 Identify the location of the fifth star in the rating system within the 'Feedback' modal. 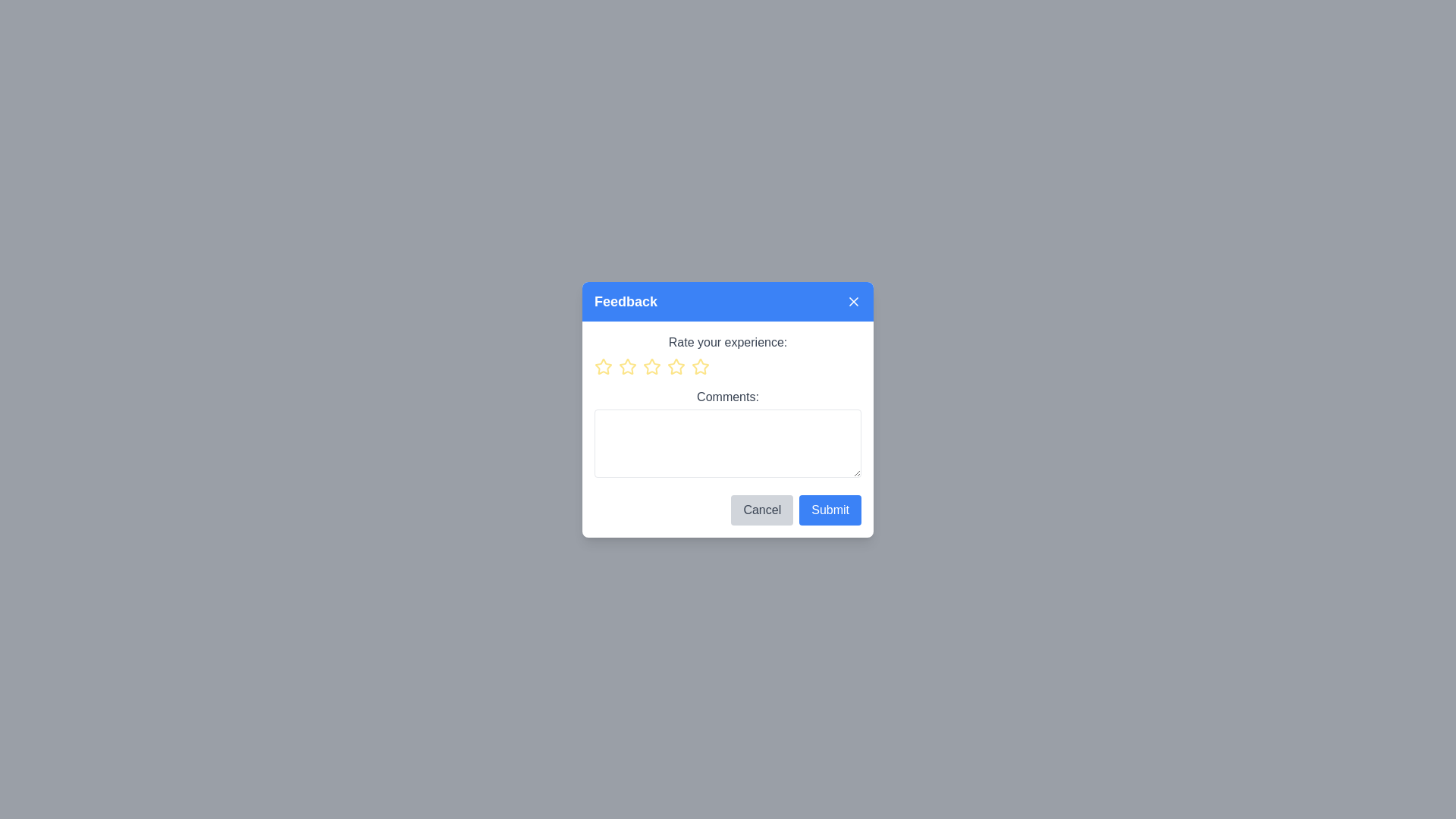
(700, 366).